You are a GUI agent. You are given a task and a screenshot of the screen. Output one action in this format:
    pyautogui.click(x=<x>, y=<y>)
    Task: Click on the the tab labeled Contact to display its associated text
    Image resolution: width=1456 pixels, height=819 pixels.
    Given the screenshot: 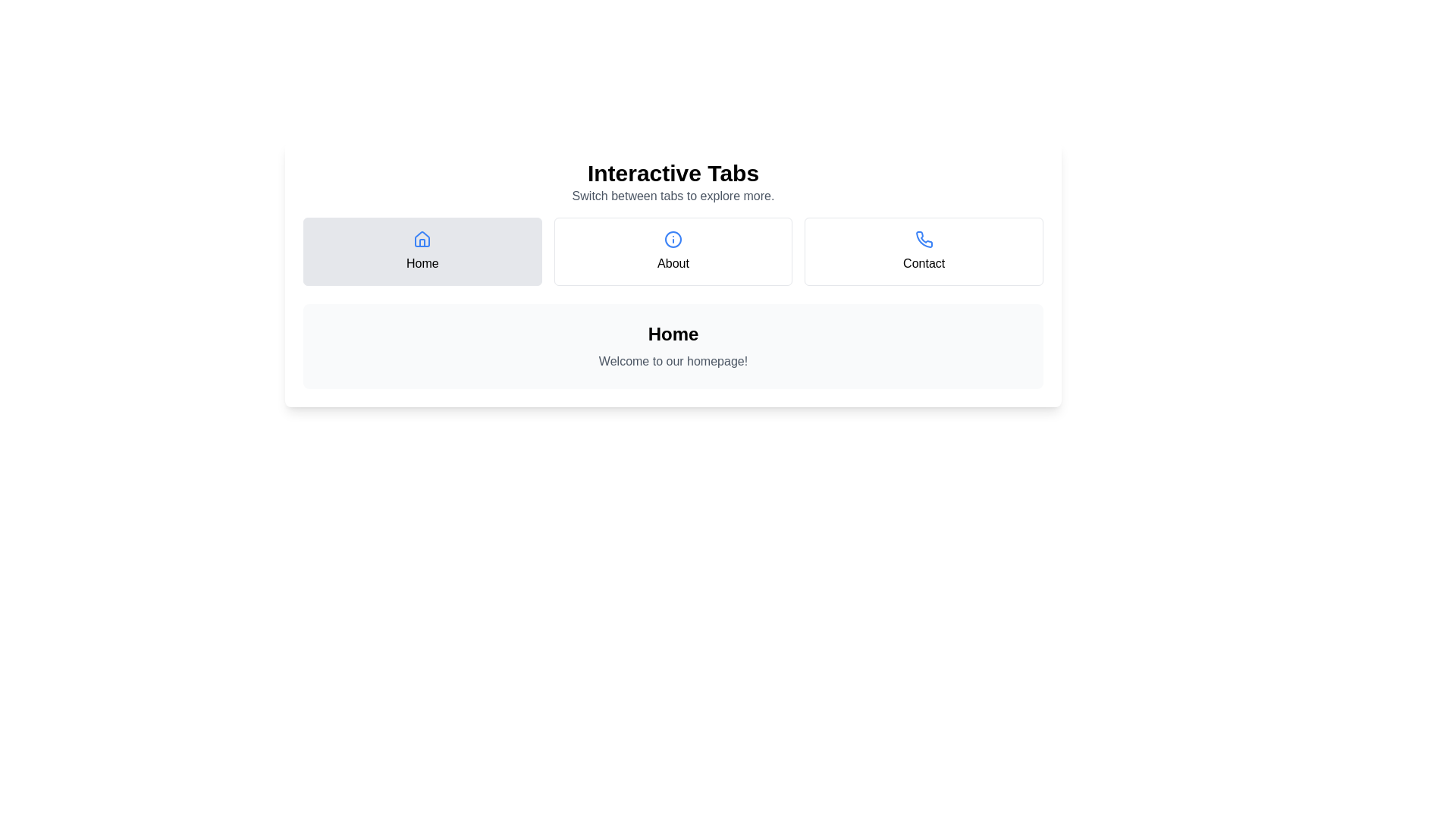 What is the action you would take?
    pyautogui.click(x=924, y=250)
    